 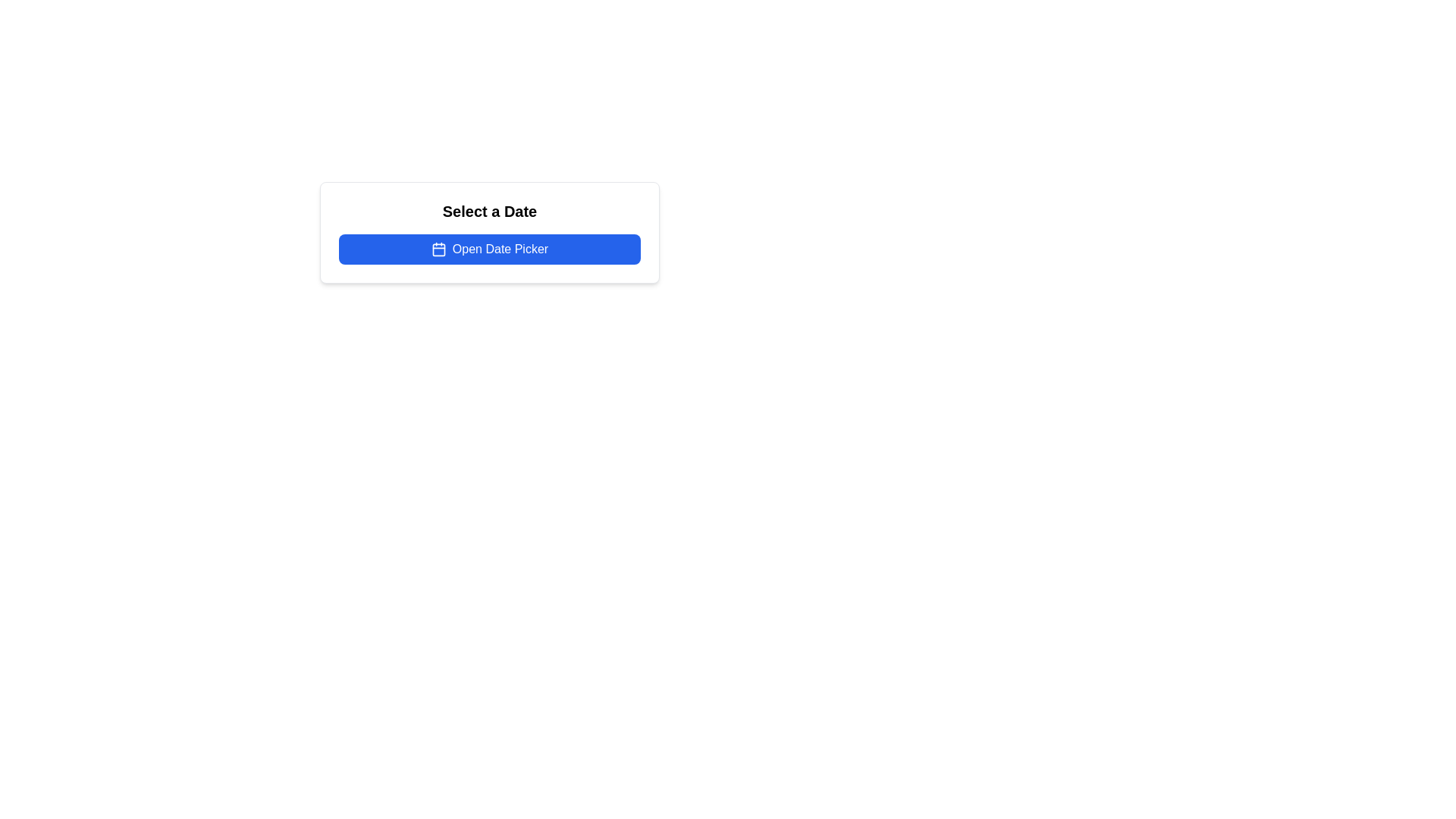 What do you see at coordinates (490, 248) in the screenshot?
I see `the 'Open Date Picker' button with a vibrant blue background and a calendar icon, located within the 'Select a Date' card interface` at bounding box center [490, 248].